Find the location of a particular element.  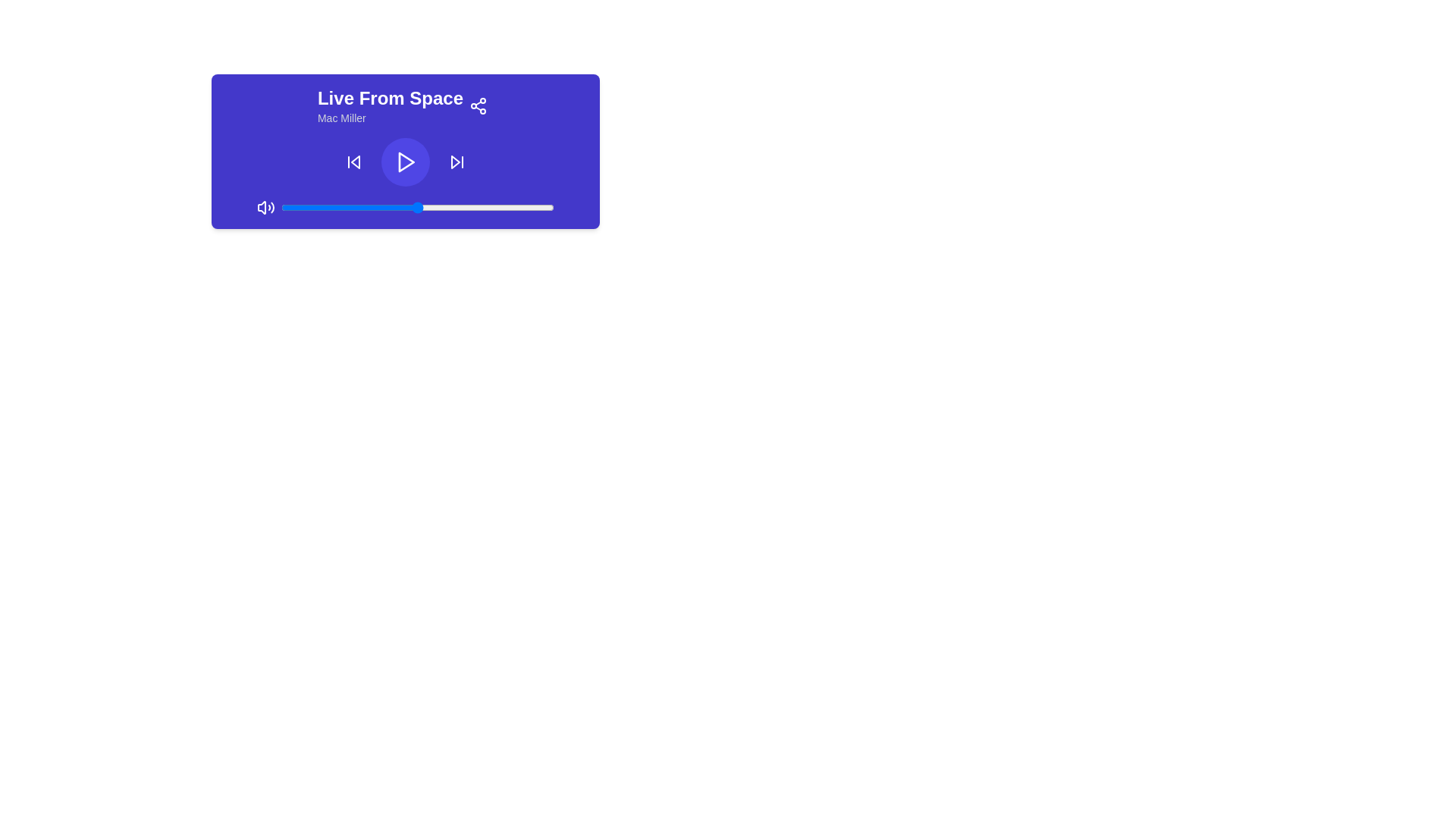

the slider value is located at coordinates (281, 207).